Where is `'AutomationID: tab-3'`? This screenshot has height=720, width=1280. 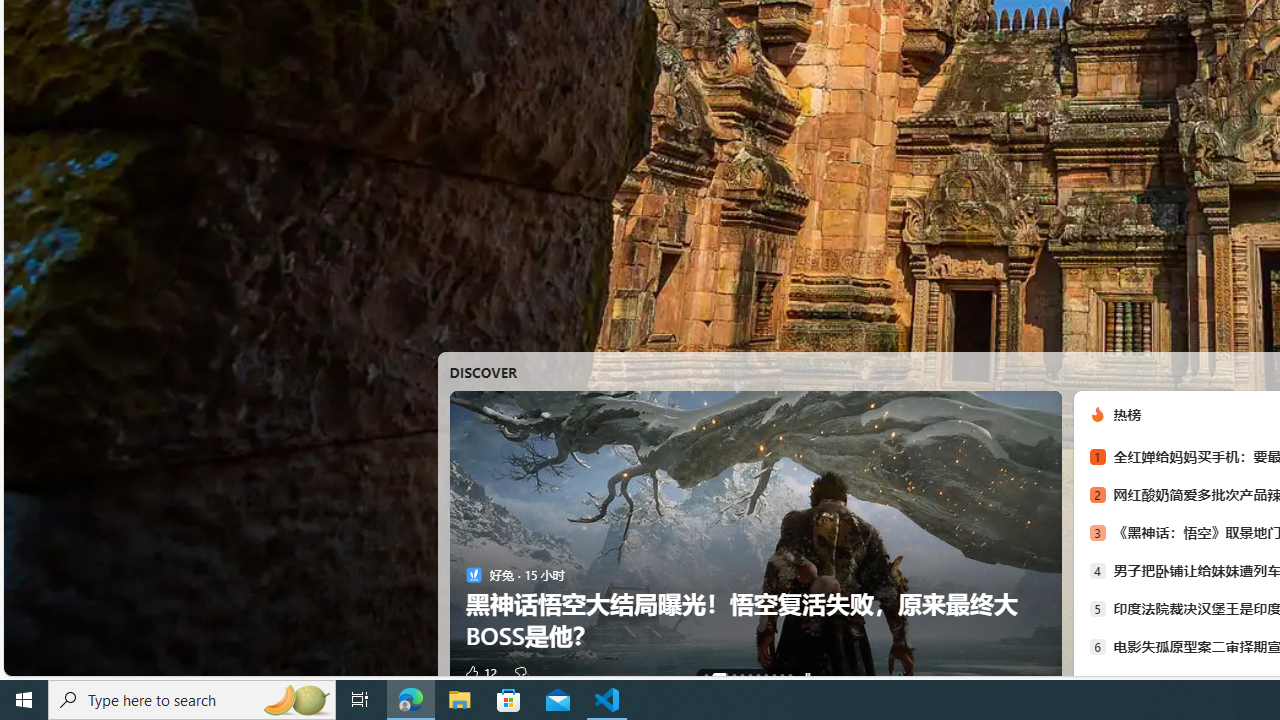 'AutomationID: tab-3' is located at coordinates (741, 675).